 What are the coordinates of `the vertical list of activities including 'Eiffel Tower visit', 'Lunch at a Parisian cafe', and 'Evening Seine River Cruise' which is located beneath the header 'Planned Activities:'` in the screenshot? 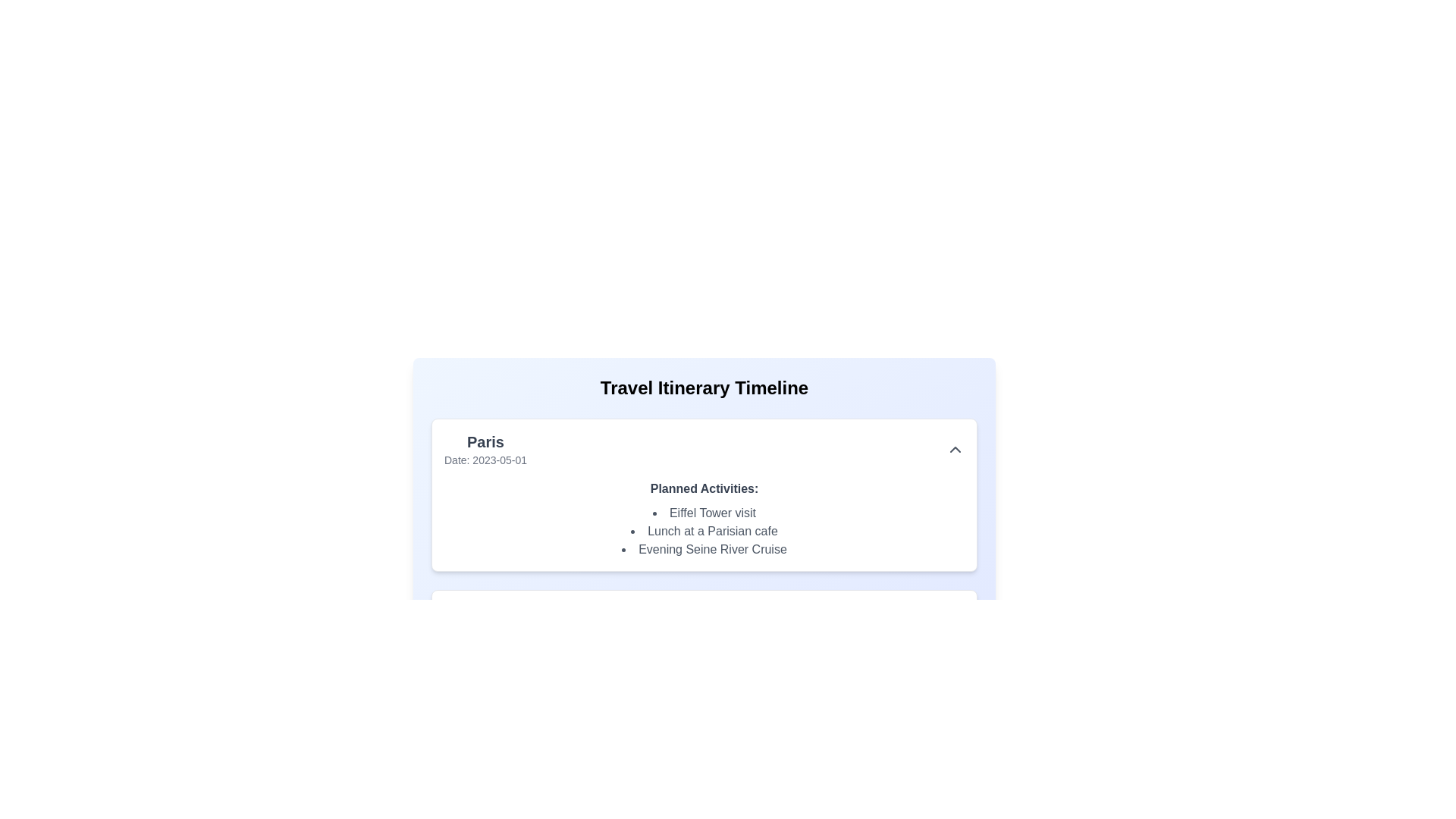 It's located at (704, 531).